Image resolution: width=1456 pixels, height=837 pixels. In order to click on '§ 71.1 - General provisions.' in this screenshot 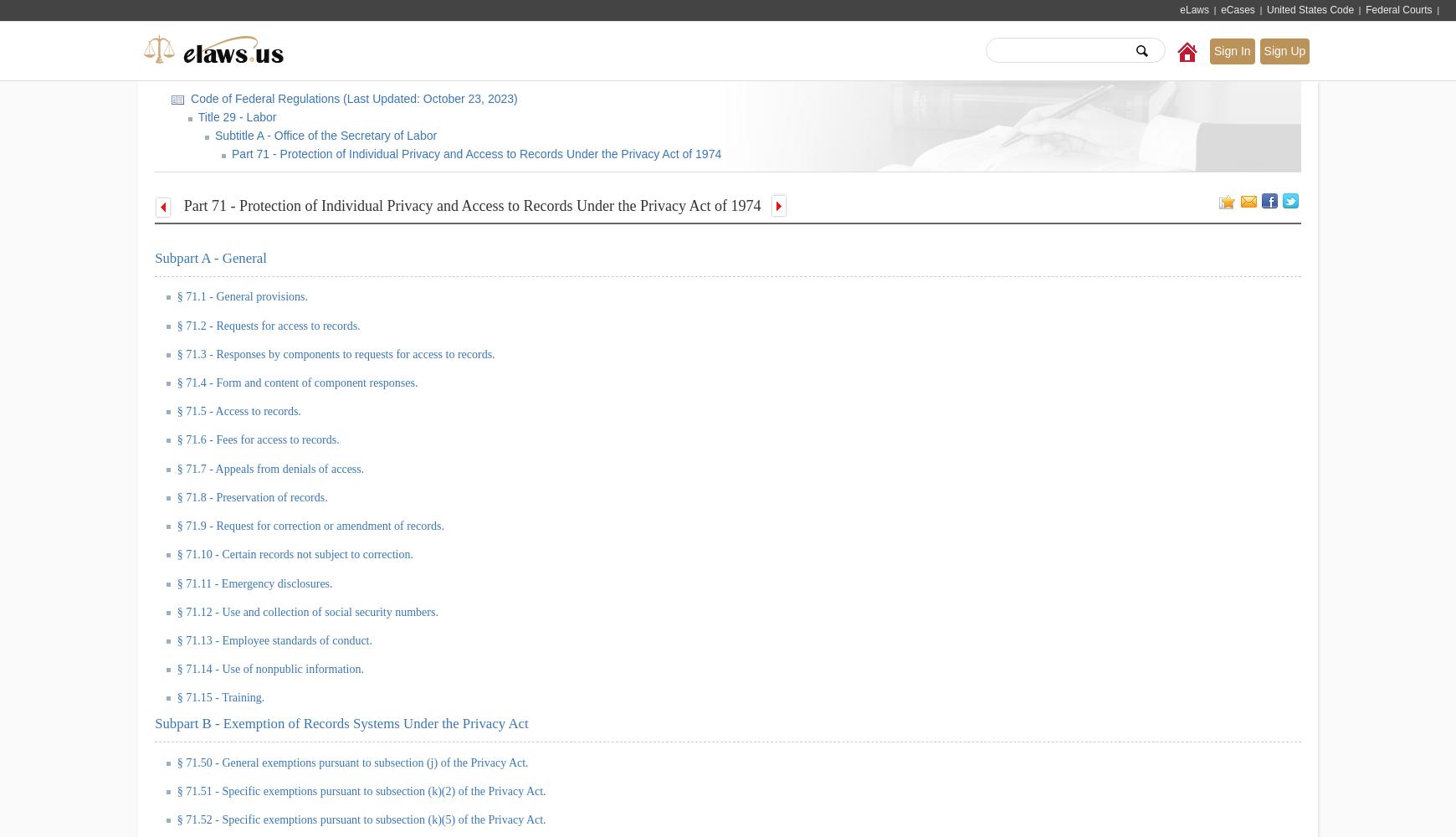, I will do `click(242, 295)`.